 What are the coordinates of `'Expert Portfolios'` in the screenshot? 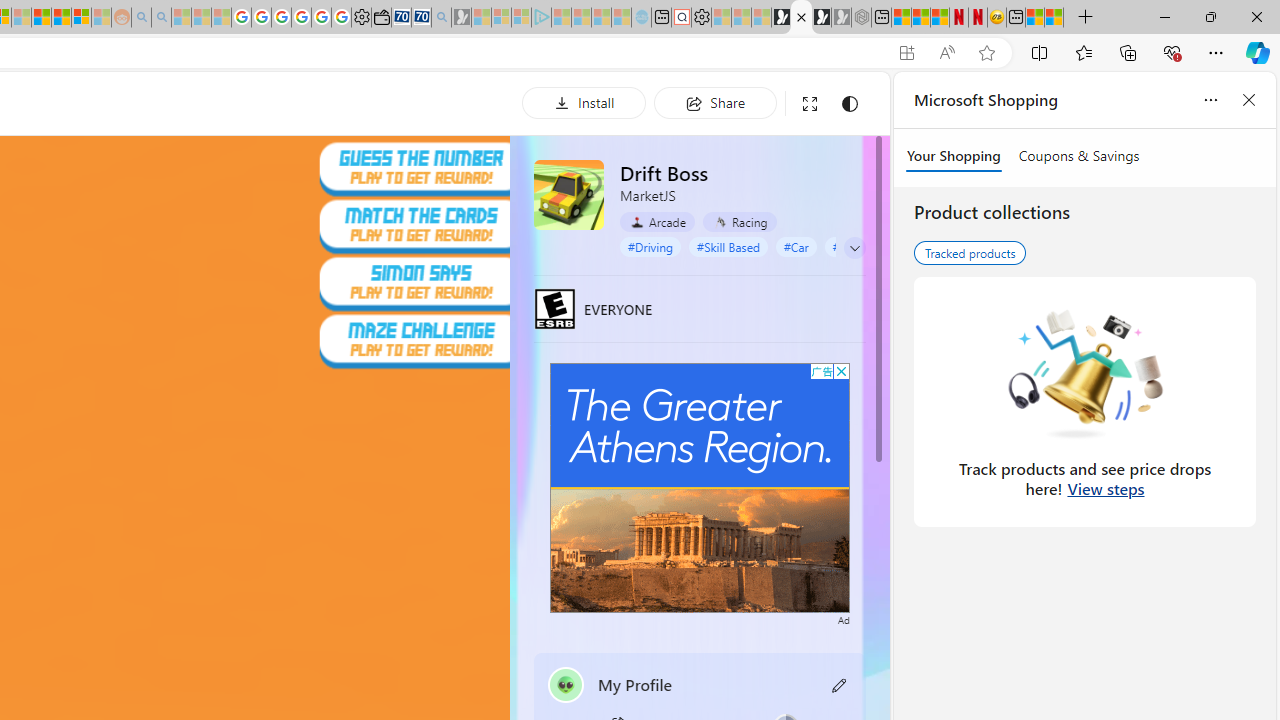 It's located at (41, 17).